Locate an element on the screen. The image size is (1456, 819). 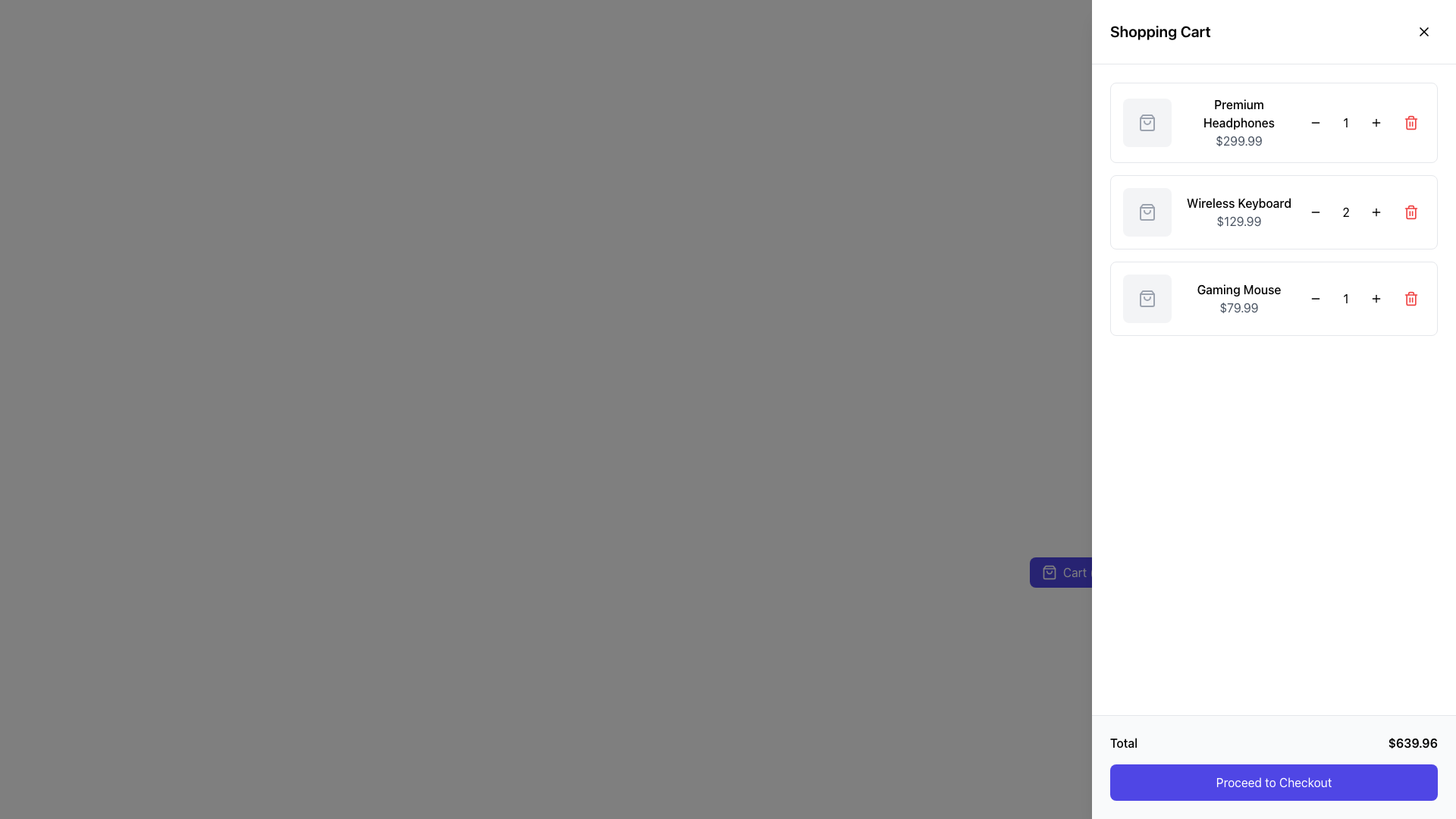
the icon button located in the shopping cart panel, positioned to the far right of each item entry is located at coordinates (1410, 122).